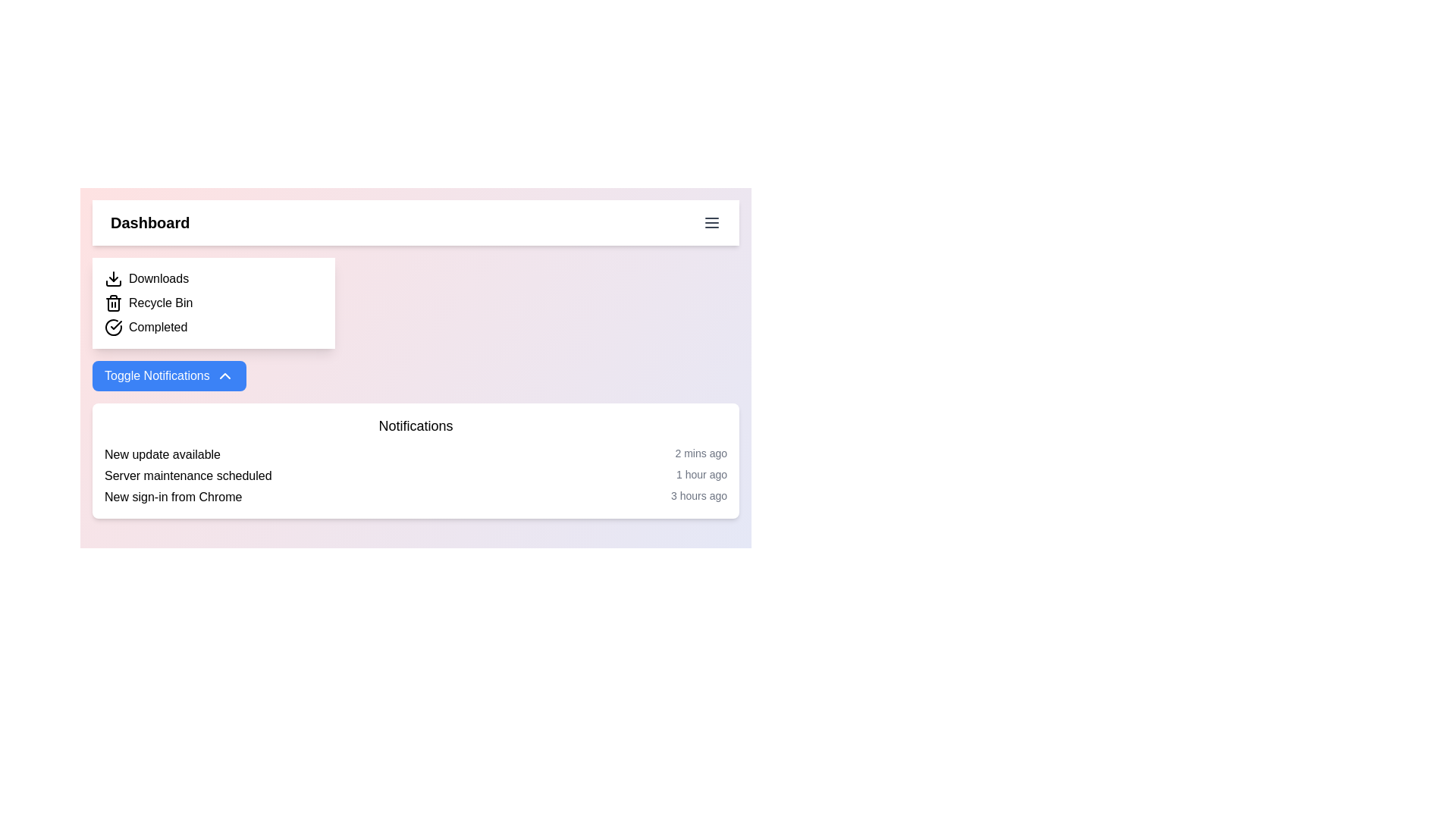  Describe the element at coordinates (224, 375) in the screenshot. I see `the chevron icon located at the right edge of the 'Toggle Notifications' button by clicking it` at that location.